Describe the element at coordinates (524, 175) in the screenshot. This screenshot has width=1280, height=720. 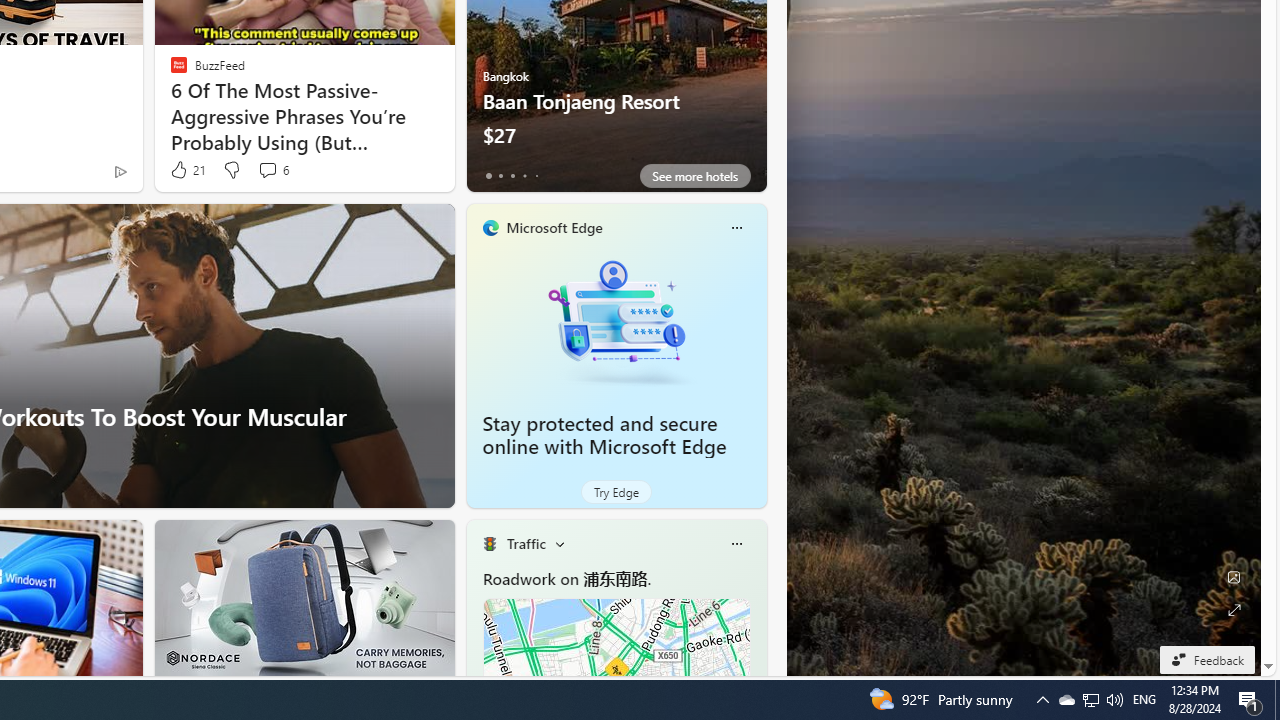
I see `'tab-3'` at that location.